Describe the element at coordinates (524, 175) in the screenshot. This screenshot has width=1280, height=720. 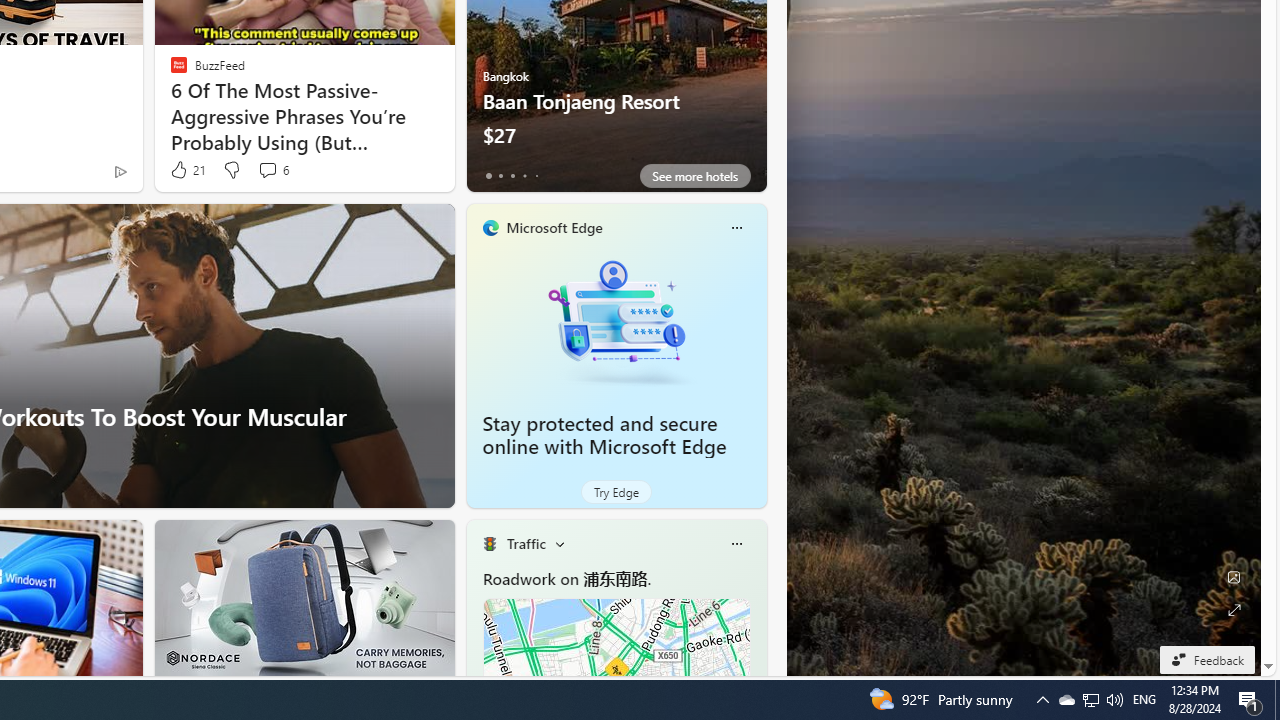
I see `'tab-3'` at that location.